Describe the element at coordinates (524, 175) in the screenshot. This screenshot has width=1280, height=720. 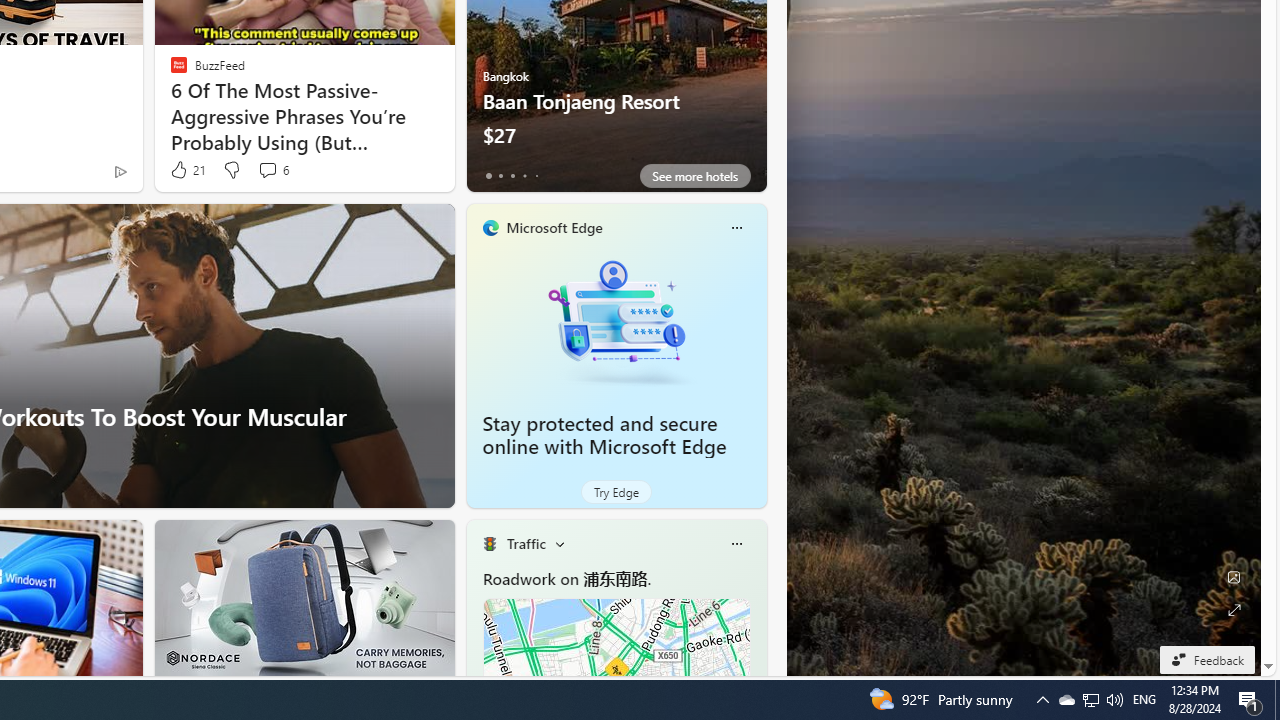
I see `'tab-3'` at that location.